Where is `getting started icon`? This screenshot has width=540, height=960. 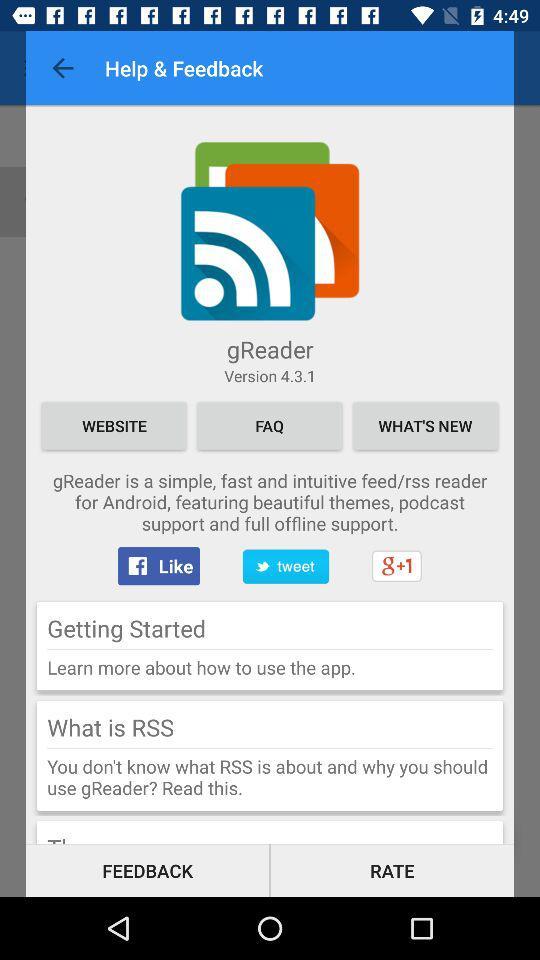 getting started icon is located at coordinates (126, 627).